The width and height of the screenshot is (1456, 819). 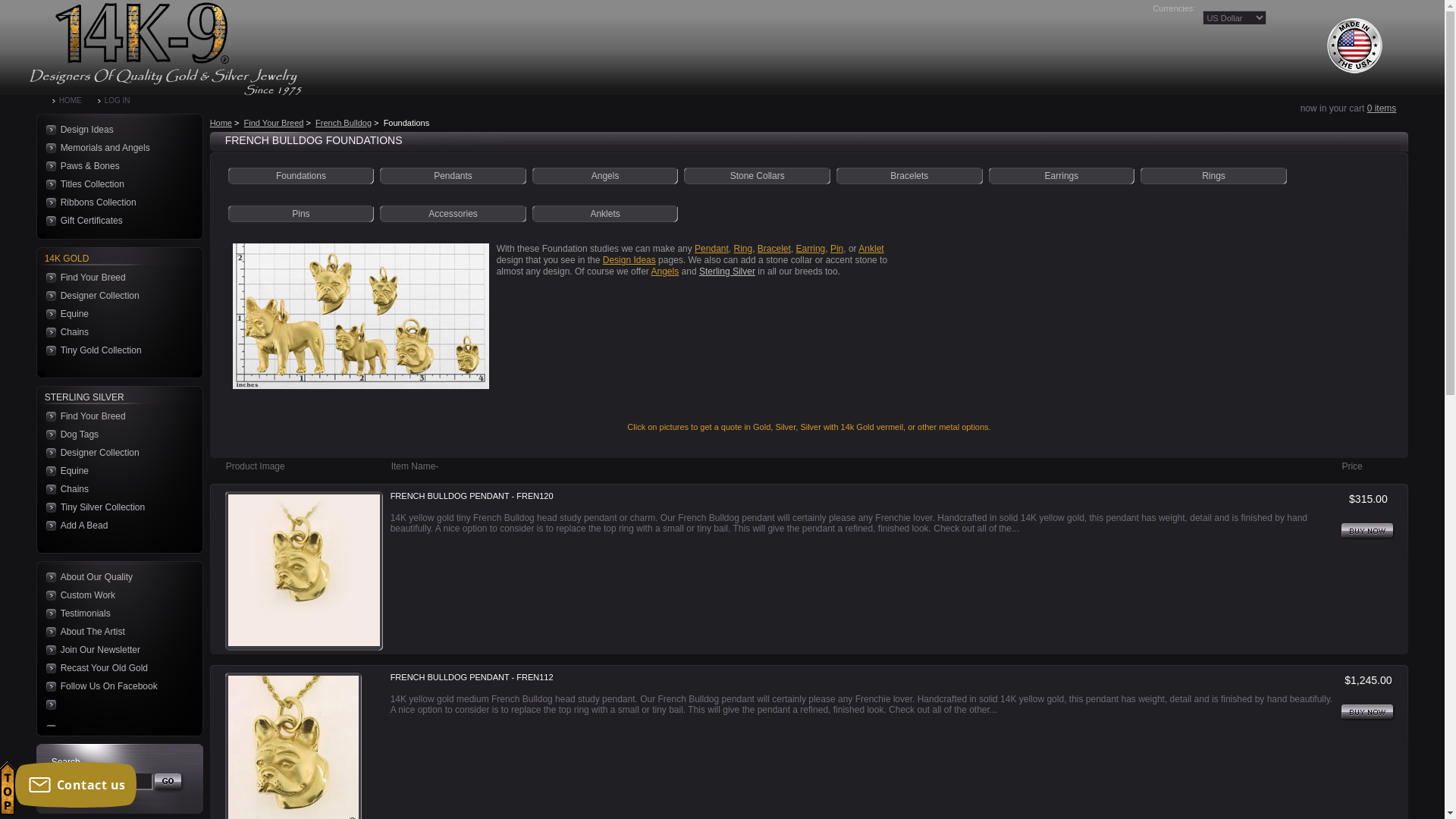 I want to click on 'Chains', so click(x=115, y=331).